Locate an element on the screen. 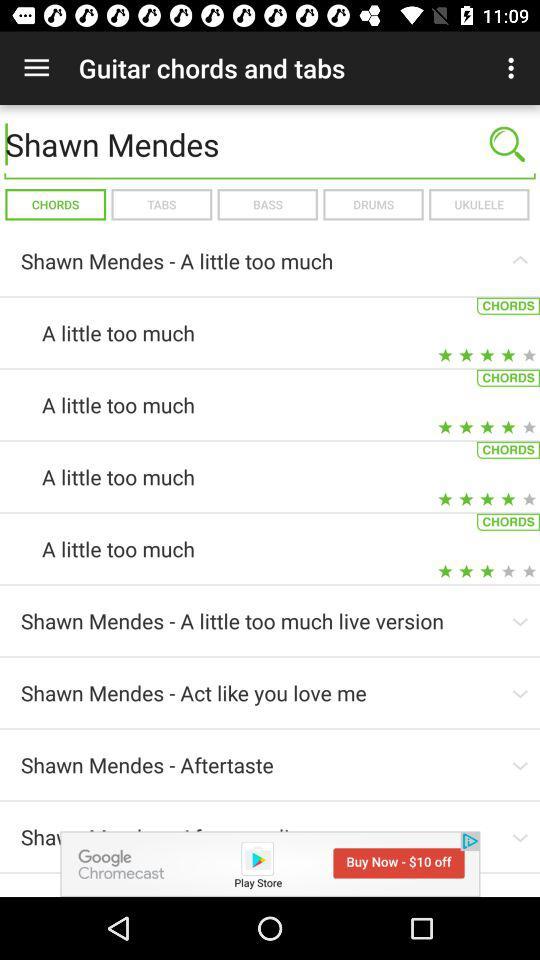 The height and width of the screenshot is (960, 540). item next to the guitar chords and icon is located at coordinates (36, 68).